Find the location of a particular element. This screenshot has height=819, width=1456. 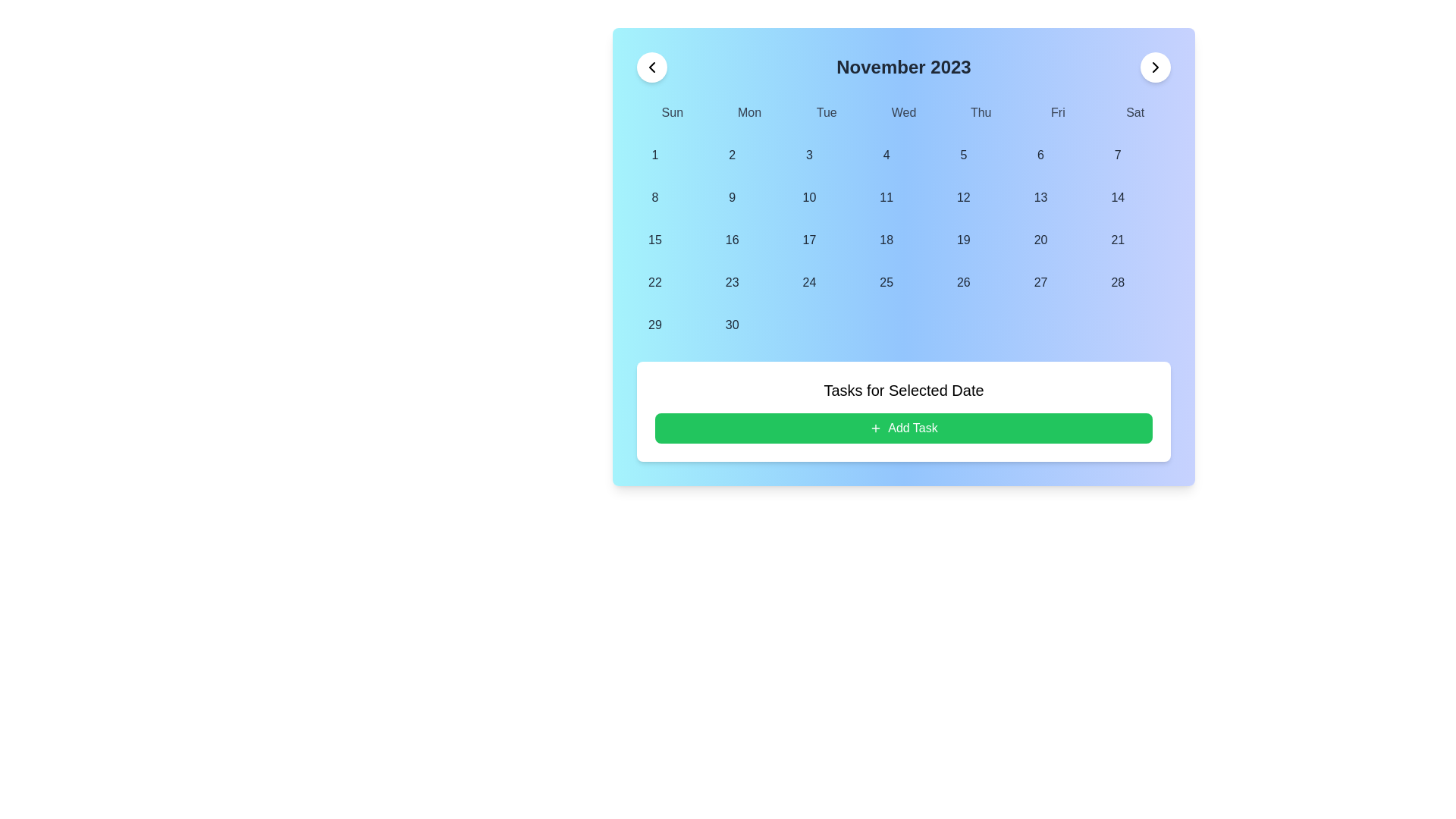

the date selection button for the 16th day in the calendar grid located in the third row and second column is located at coordinates (732, 239).